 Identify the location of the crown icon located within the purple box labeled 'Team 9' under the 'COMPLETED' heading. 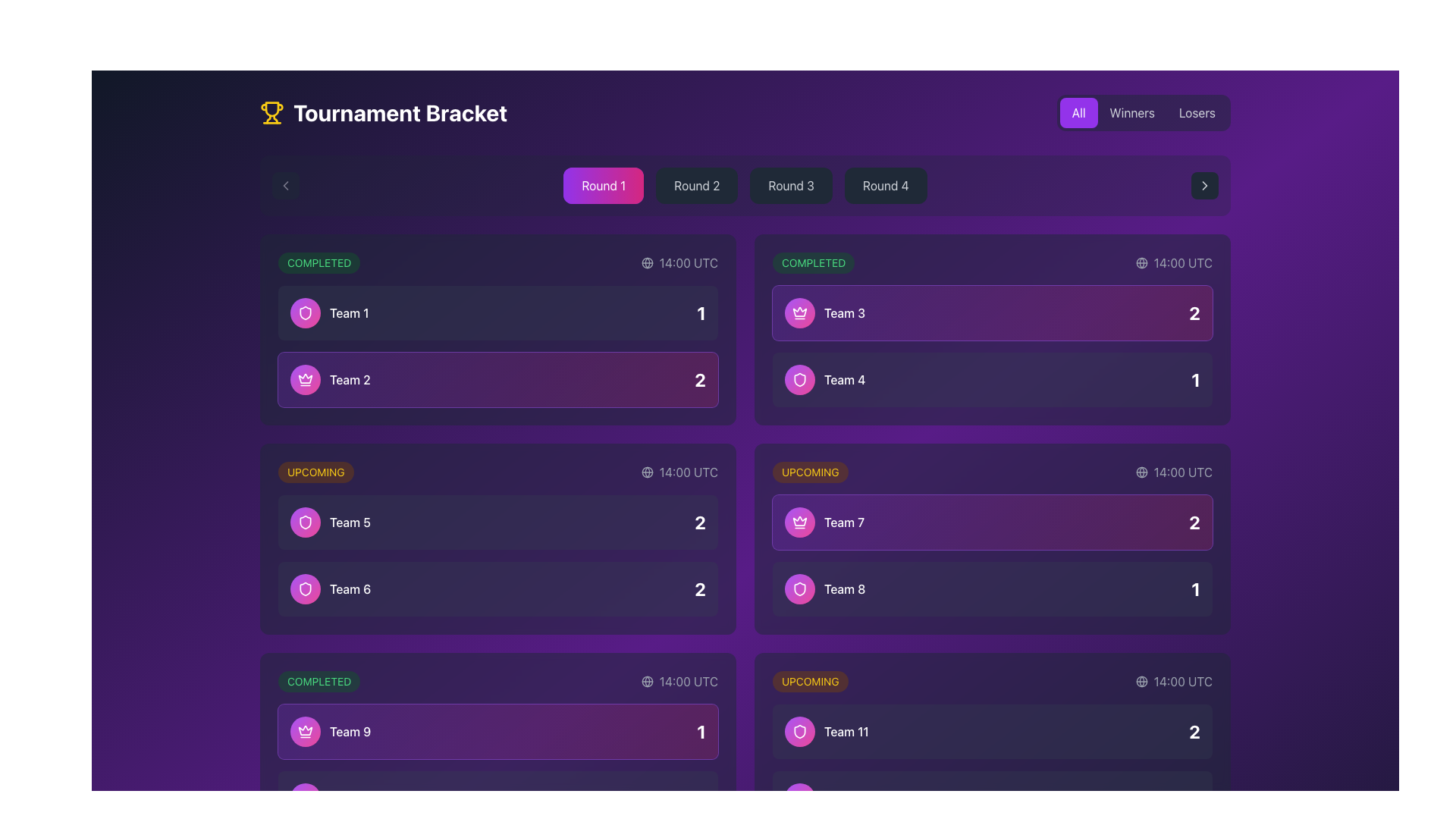
(305, 730).